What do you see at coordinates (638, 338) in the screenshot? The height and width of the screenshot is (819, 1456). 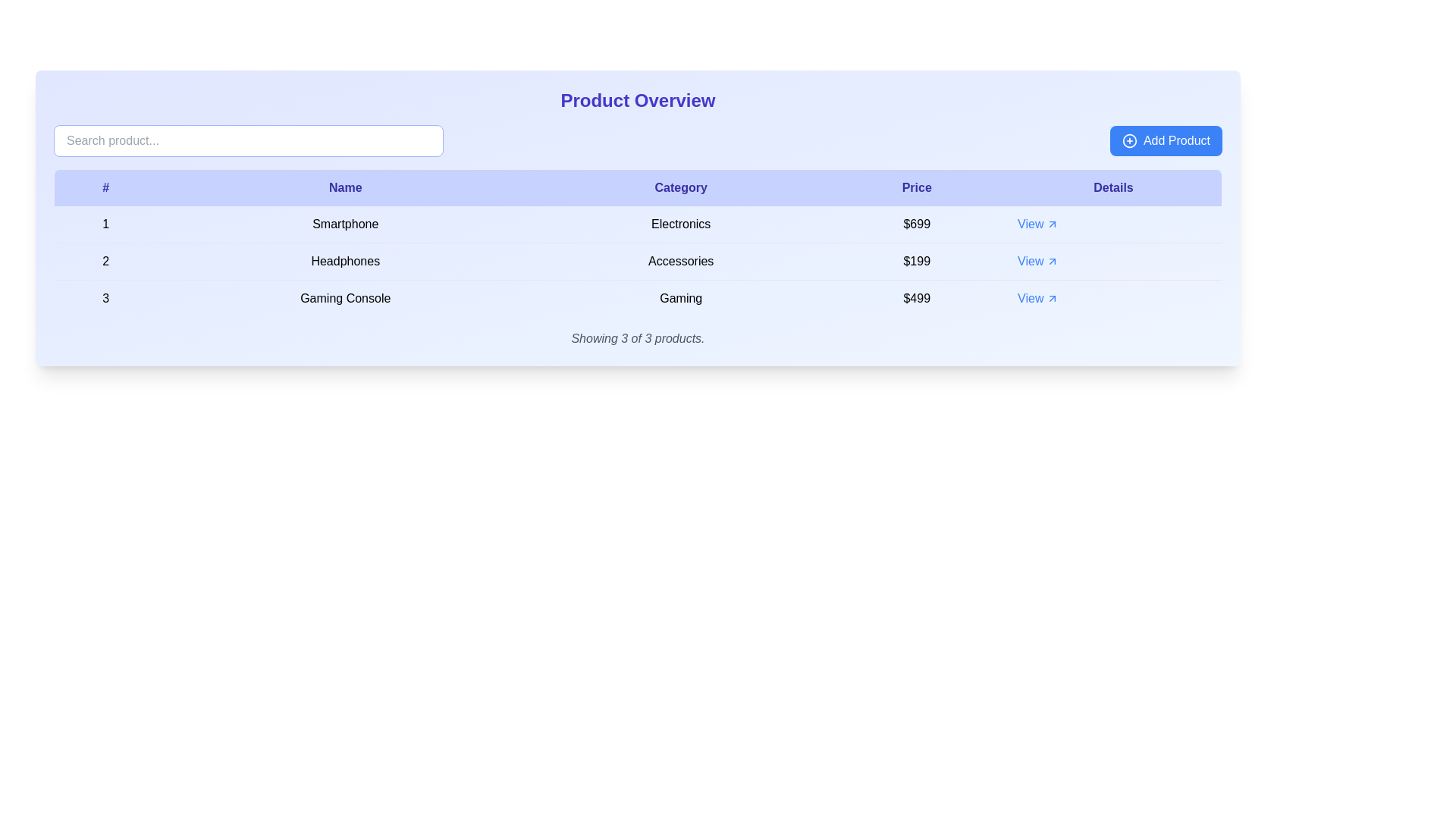 I see `the static text element styled in gray italic font that reads 'Showing 3 of 3 products.' located at the bottom of the product overview section` at bounding box center [638, 338].